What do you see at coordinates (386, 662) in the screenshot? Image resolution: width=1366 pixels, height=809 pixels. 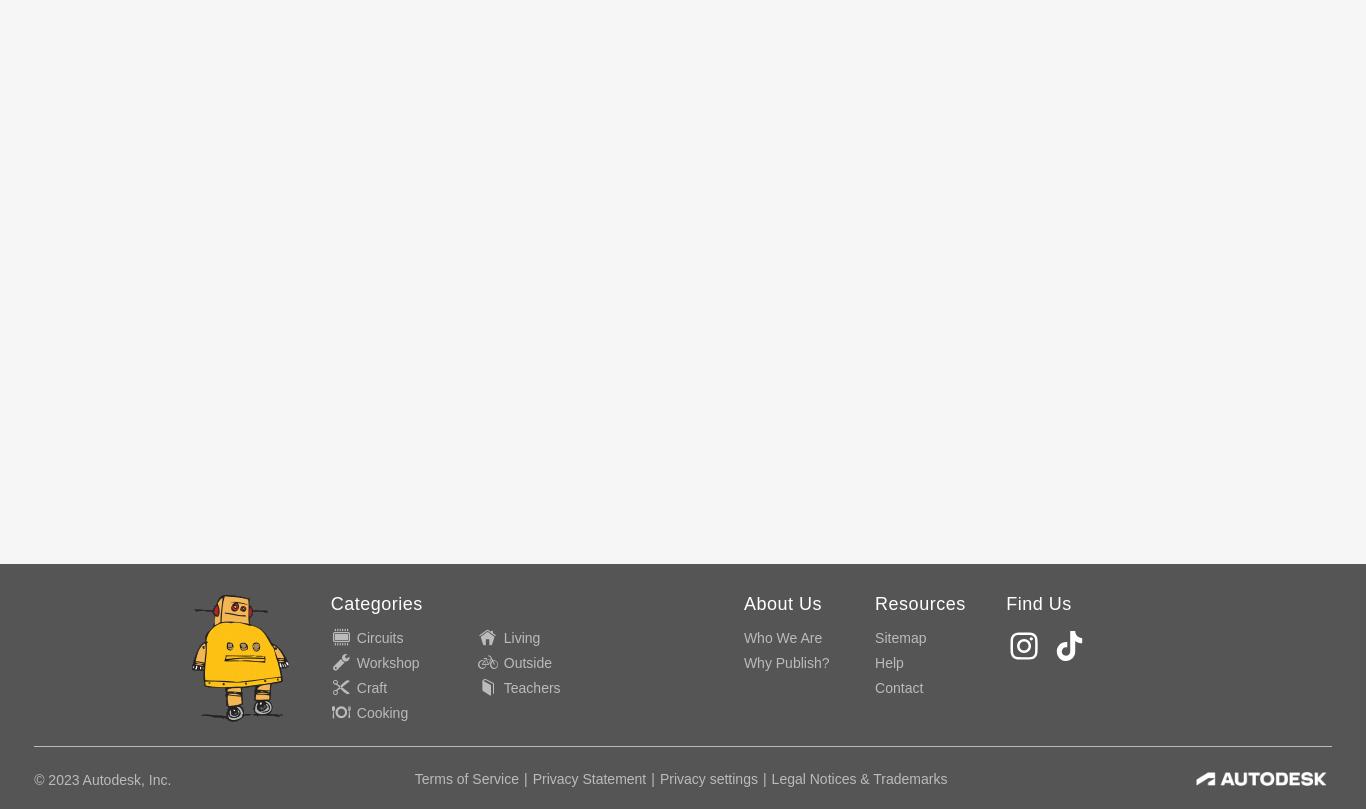 I see `'Workshop'` at bounding box center [386, 662].